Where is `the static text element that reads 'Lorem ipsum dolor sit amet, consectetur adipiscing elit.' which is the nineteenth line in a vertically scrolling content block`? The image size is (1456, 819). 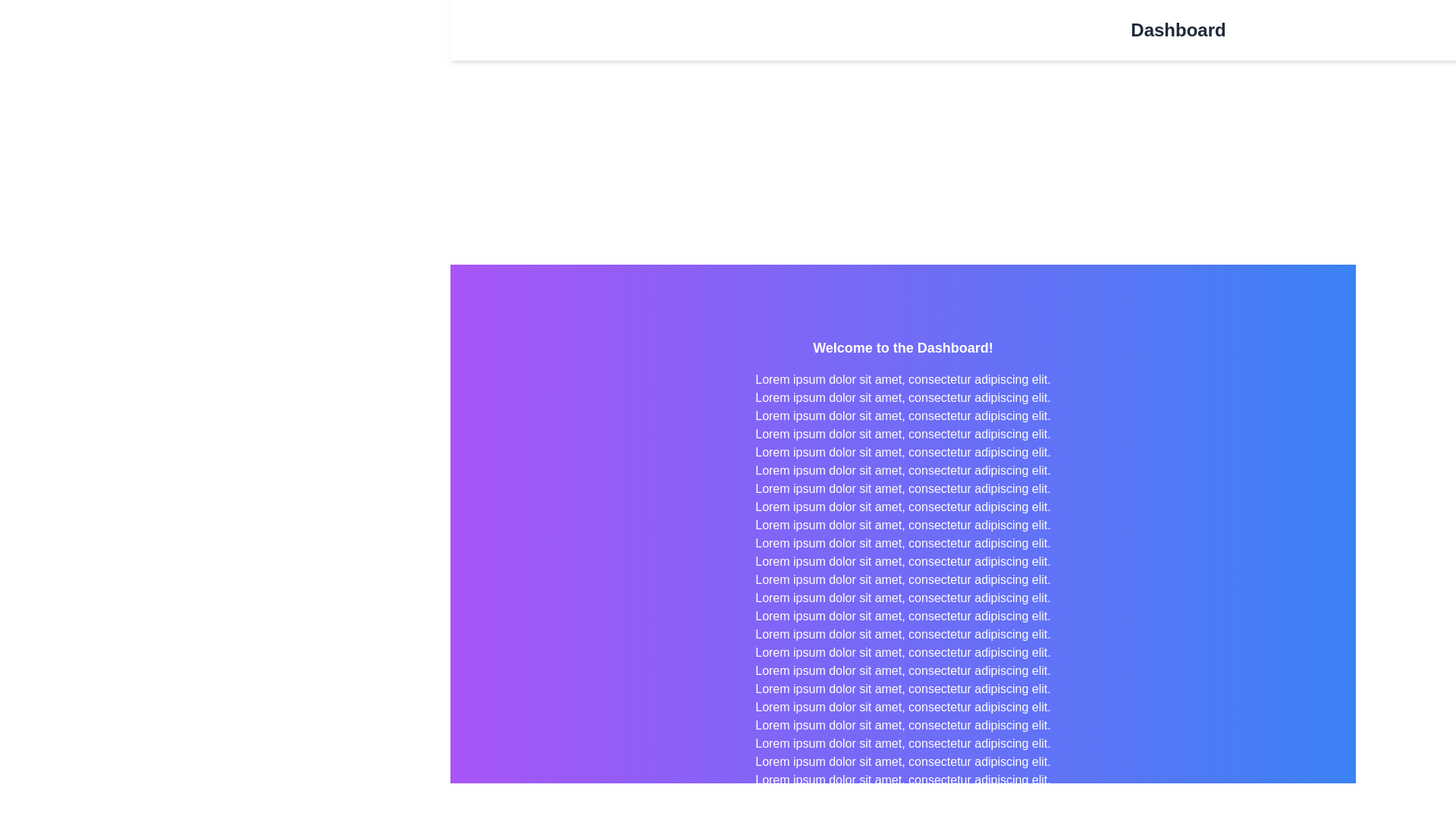
the static text element that reads 'Lorem ipsum dolor sit amet, consectetur adipiscing elit.' which is the nineteenth line in a vertically scrolling content block is located at coordinates (902, 689).